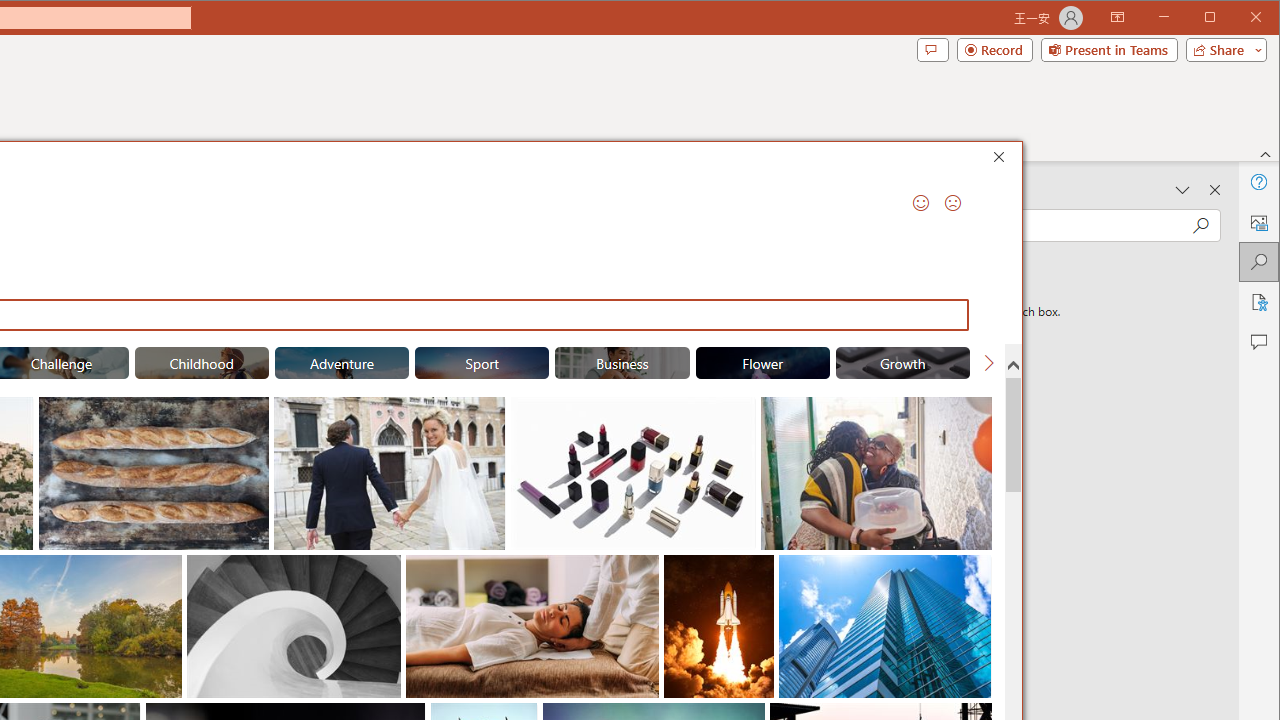 The height and width of the screenshot is (720, 1280). What do you see at coordinates (1257, 222) in the screenshot?
I see `'Alt Text'` at bounding box center [1257, 222].